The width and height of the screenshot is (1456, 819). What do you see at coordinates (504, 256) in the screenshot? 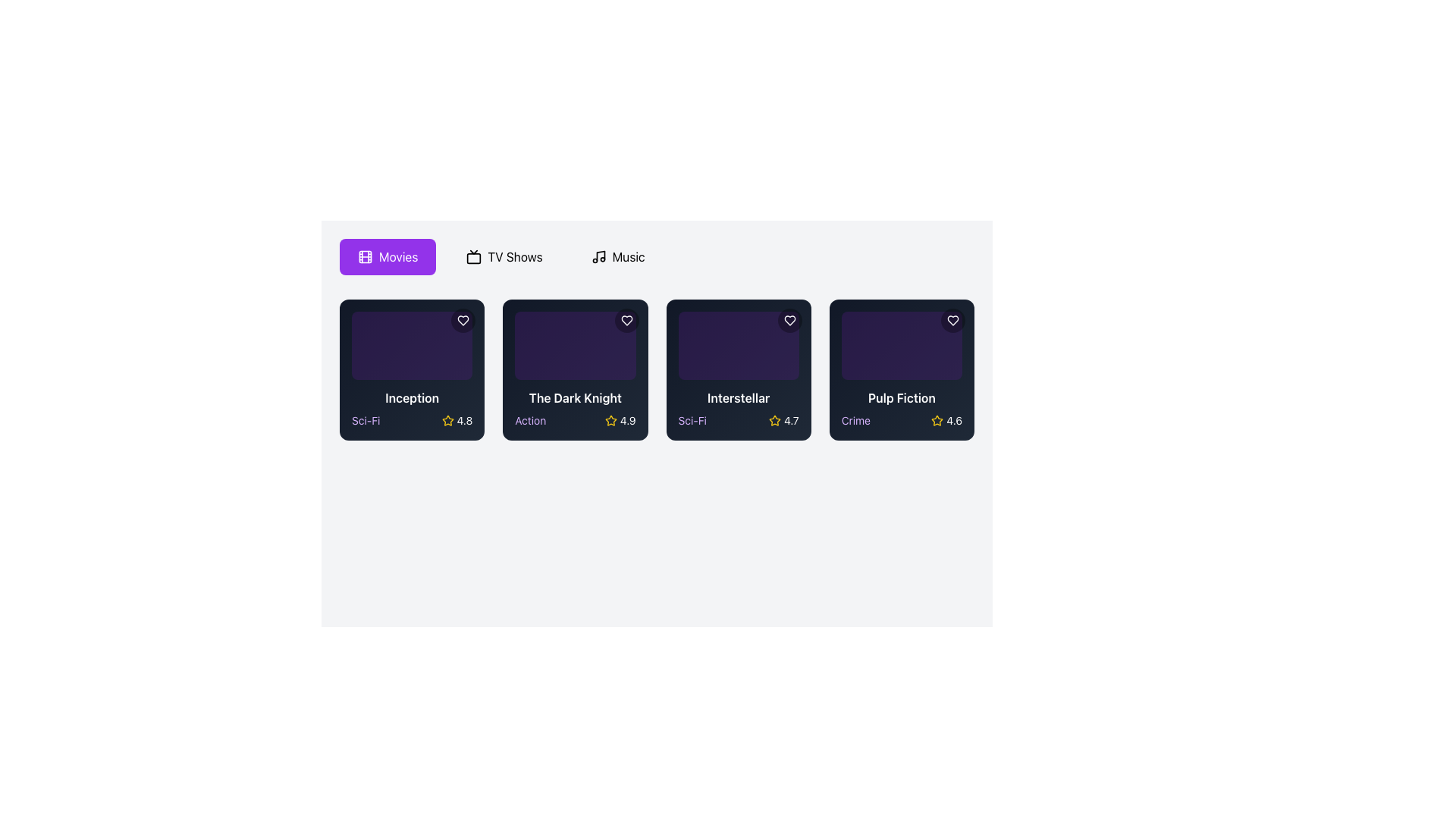
I see `the TV Shows button located at the center of the horizontal row of options to activate the hover effect` at bounding box center [504, 256].